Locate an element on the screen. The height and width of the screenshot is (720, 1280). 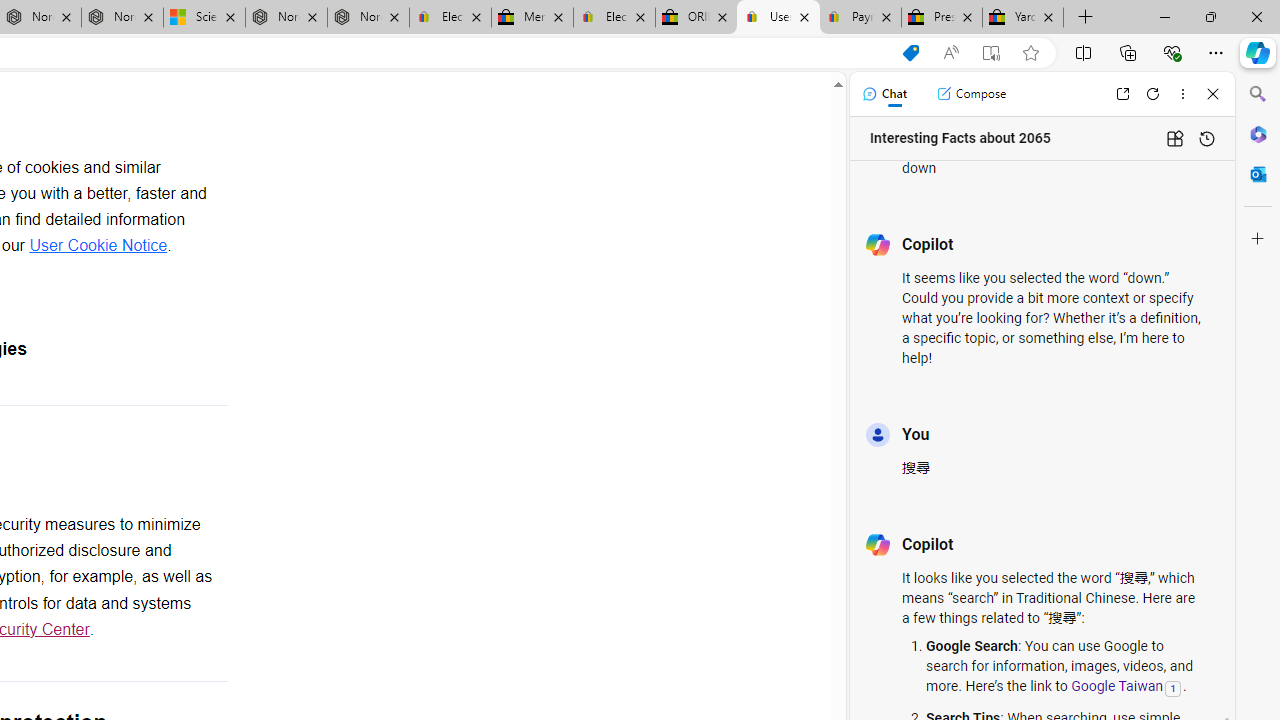
'Press Room - eBay Inc.' is located at coordinates (941, 17).